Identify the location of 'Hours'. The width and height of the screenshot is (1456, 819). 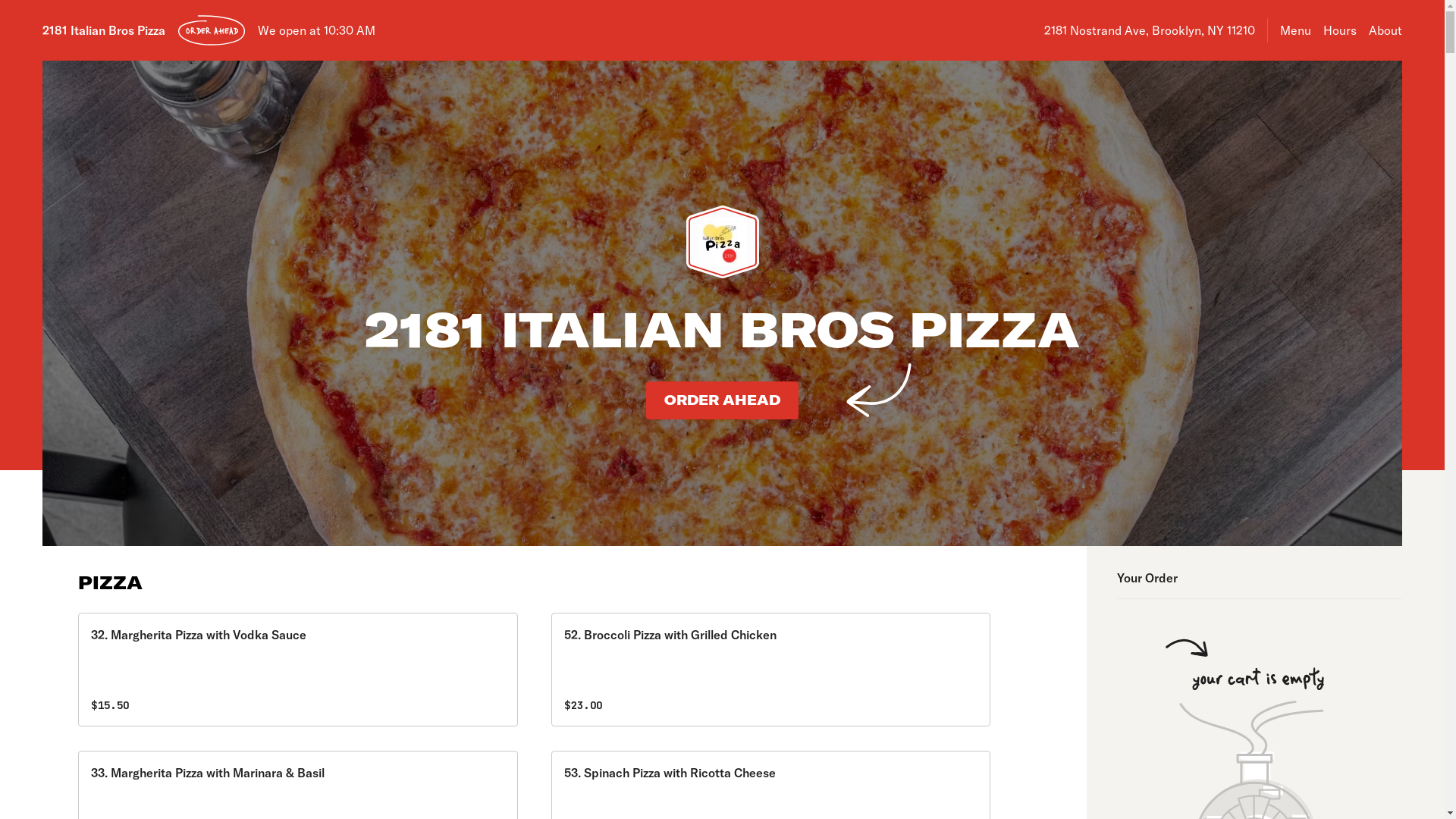
(1339, 30).